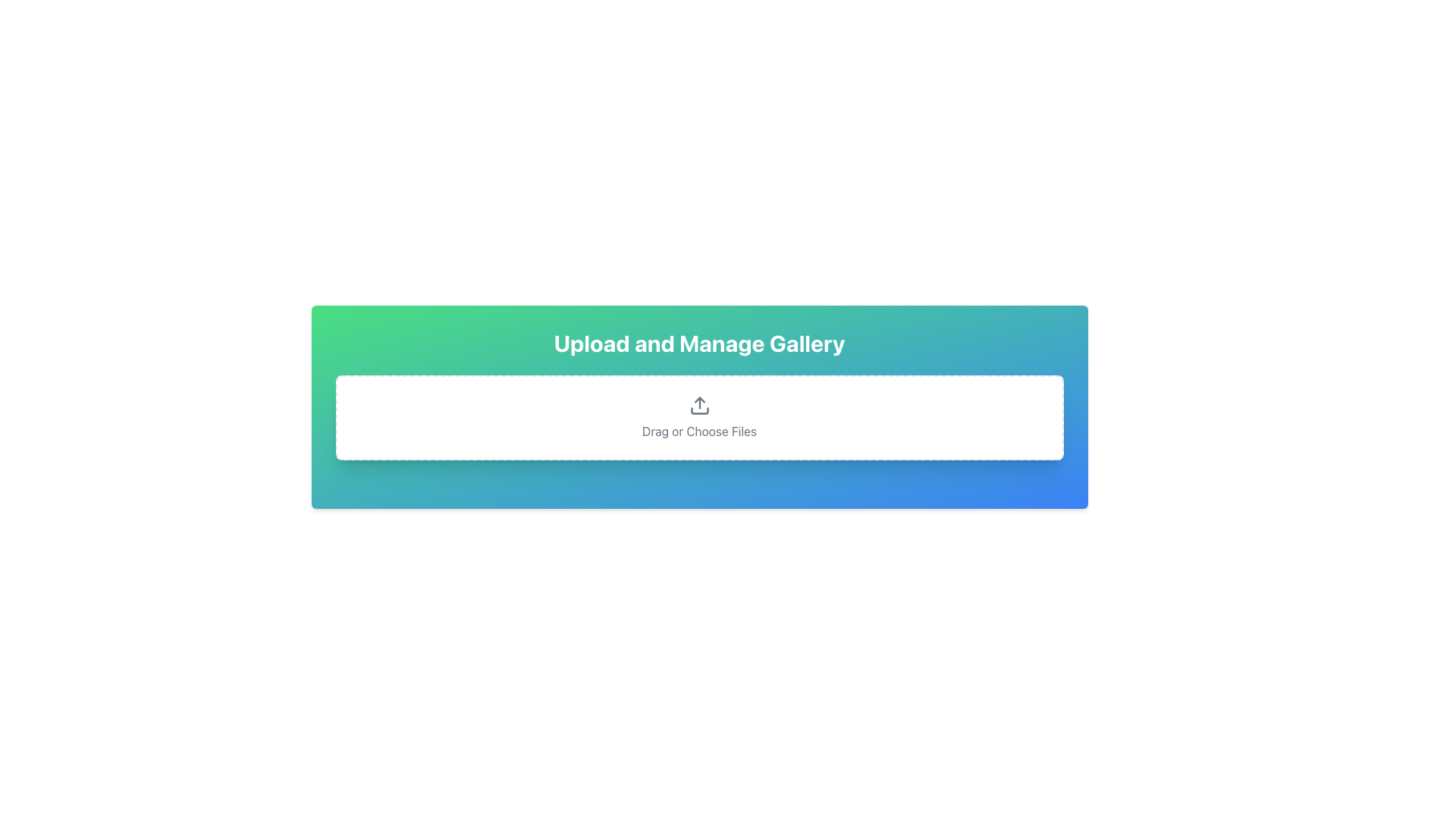 Image resolution: width=1456 pixels, height=819 pixels. Describe the element at coordinates (698, 418) in the screenshot. I see `the transparent file input field labeled 'Drag or Choose Files'` at that location.